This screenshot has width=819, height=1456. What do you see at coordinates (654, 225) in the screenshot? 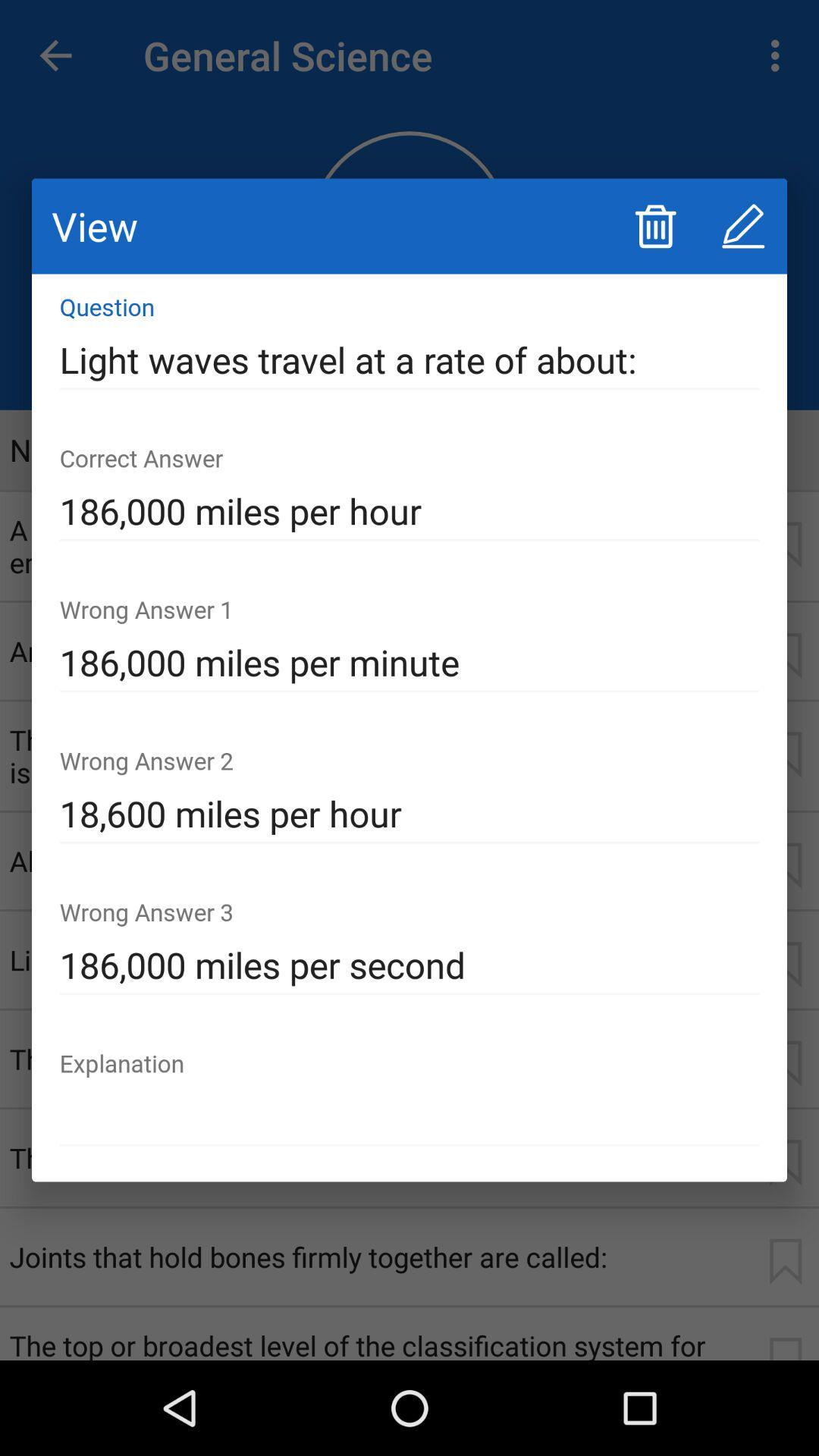
I see `item above the light waves travel icon` at bounding box center [654, 225].